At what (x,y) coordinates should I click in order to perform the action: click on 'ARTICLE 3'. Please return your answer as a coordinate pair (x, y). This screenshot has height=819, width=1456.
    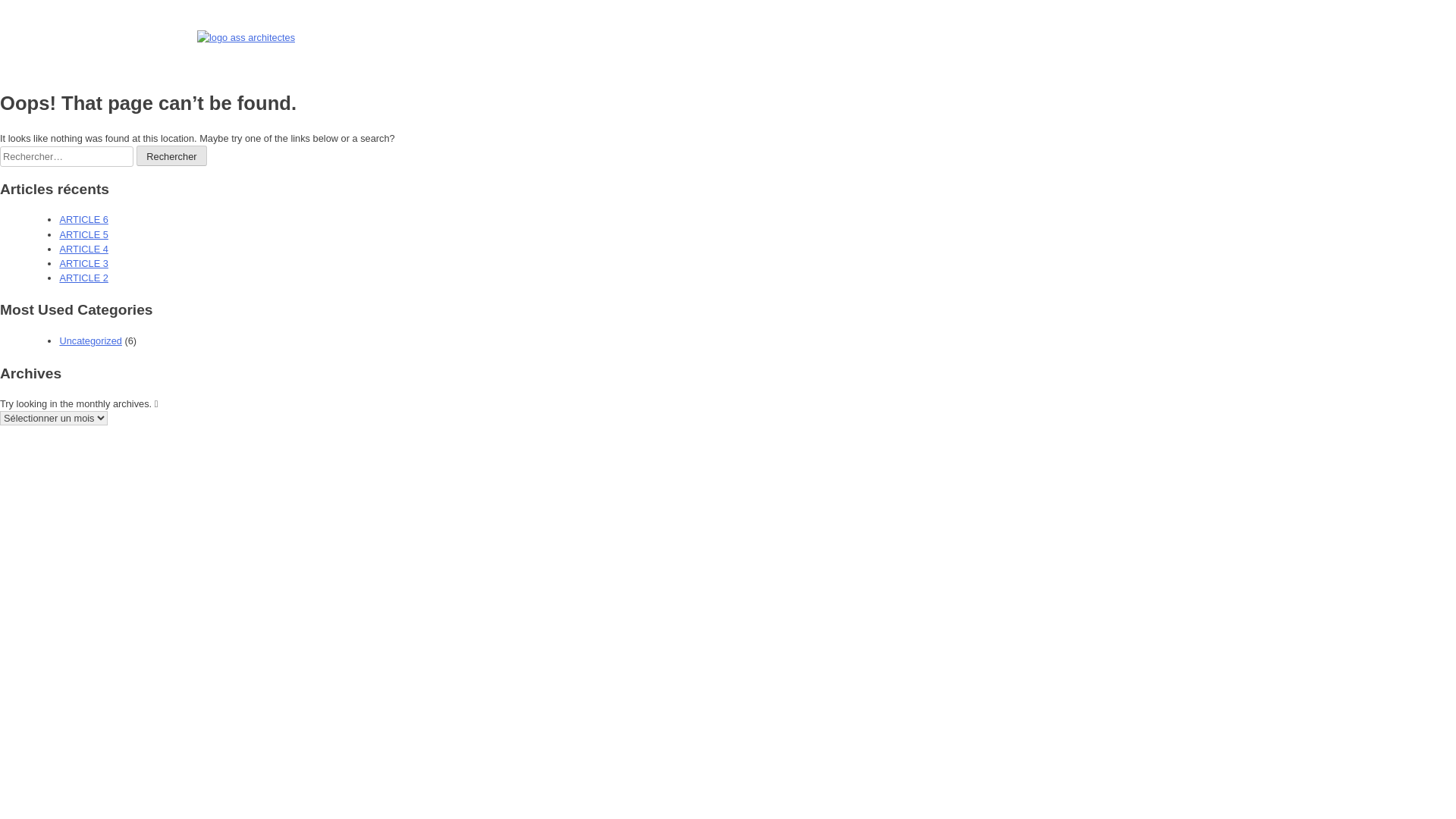
    Looking at the image, I should click on (83, 262).